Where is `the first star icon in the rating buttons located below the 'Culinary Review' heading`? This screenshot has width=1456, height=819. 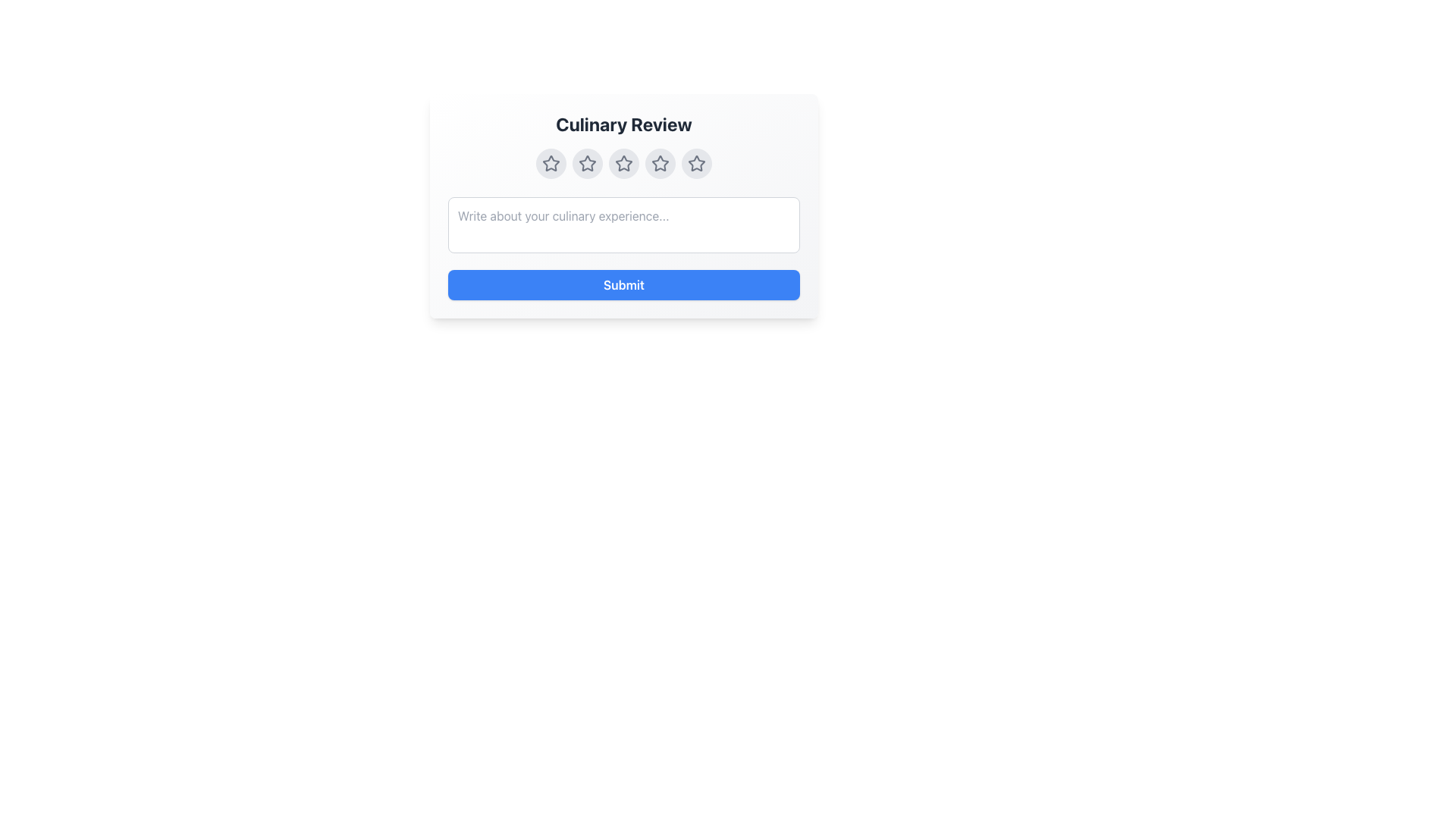
the first star icon in the rating buttons located below the 'Culinary Review' heading is located at coordinates (550, 164).